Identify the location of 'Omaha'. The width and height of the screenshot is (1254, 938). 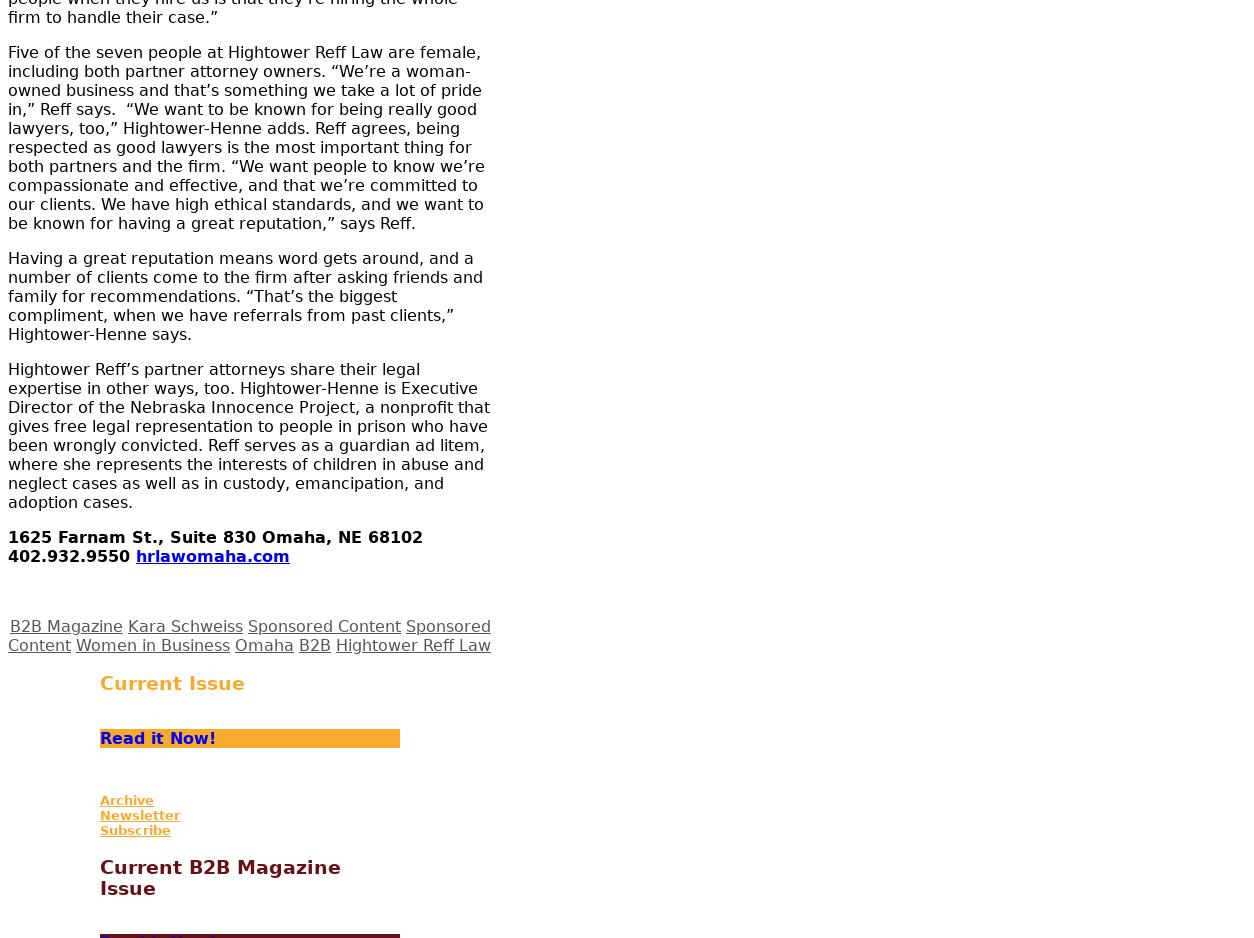
(264, 643).